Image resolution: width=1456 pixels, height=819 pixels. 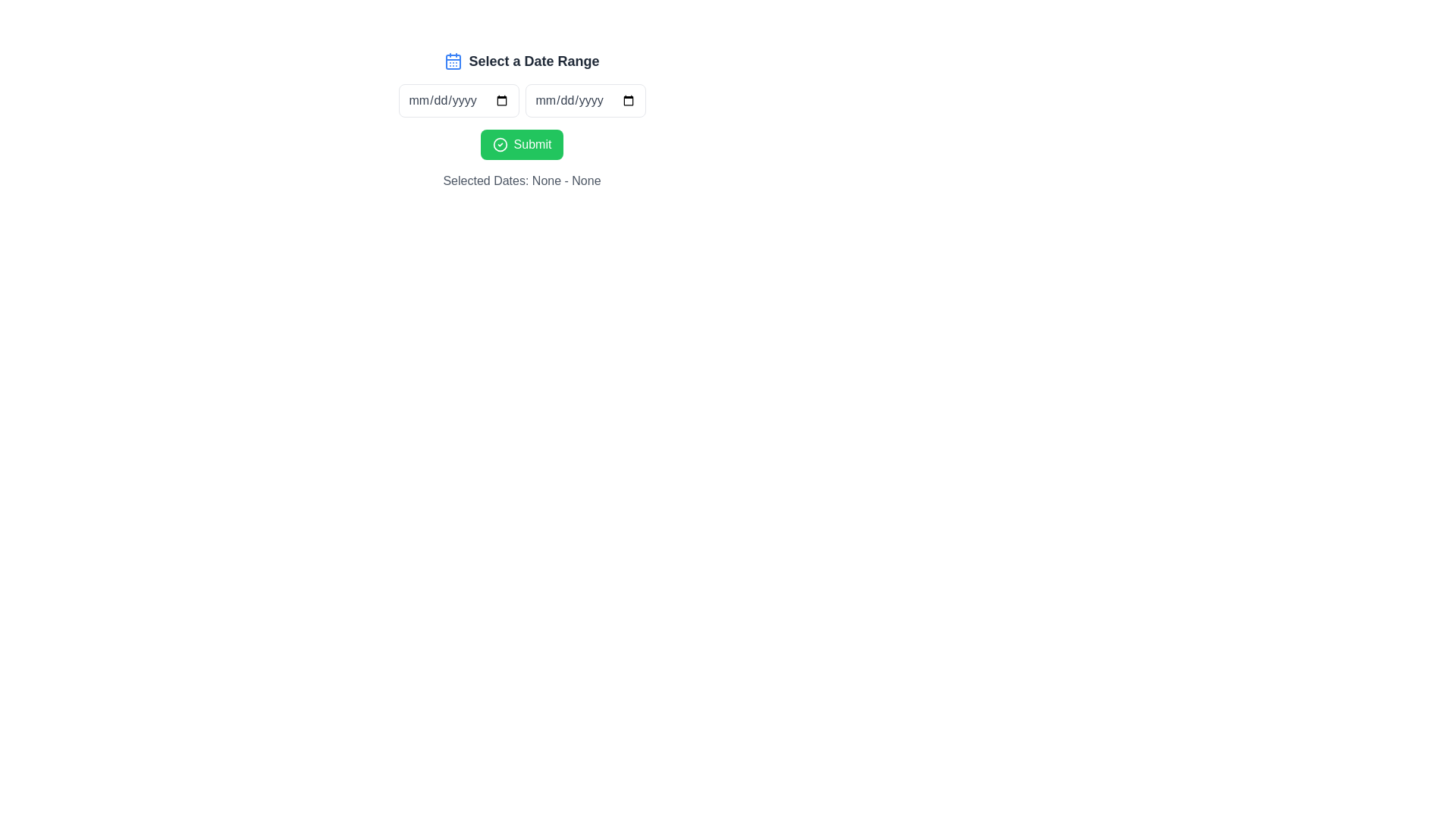 I want to click on the text label displaying 'Select a Date Range', which is a bold, large font in dark gray, located near the top of the interface, to the right of the calendar icon, so click(x=534, y=61).